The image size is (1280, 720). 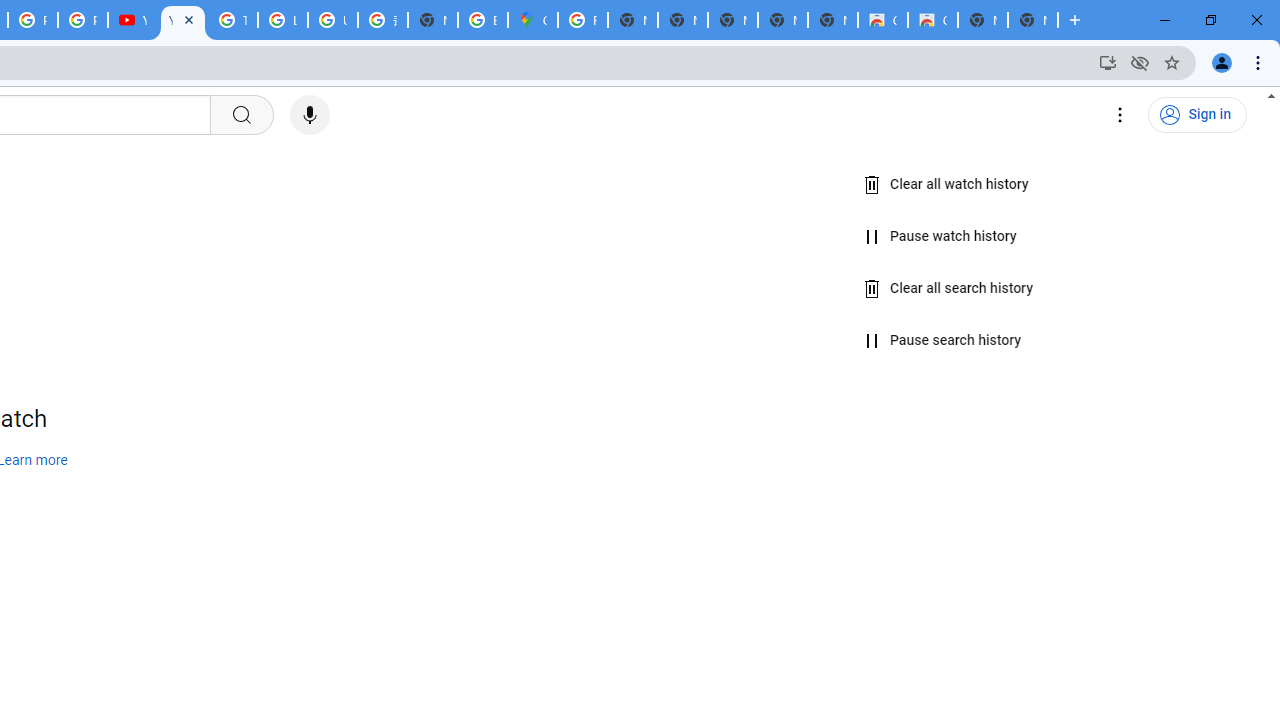 I want to click on 'Clear all watch history', so click(x=946, y=185).